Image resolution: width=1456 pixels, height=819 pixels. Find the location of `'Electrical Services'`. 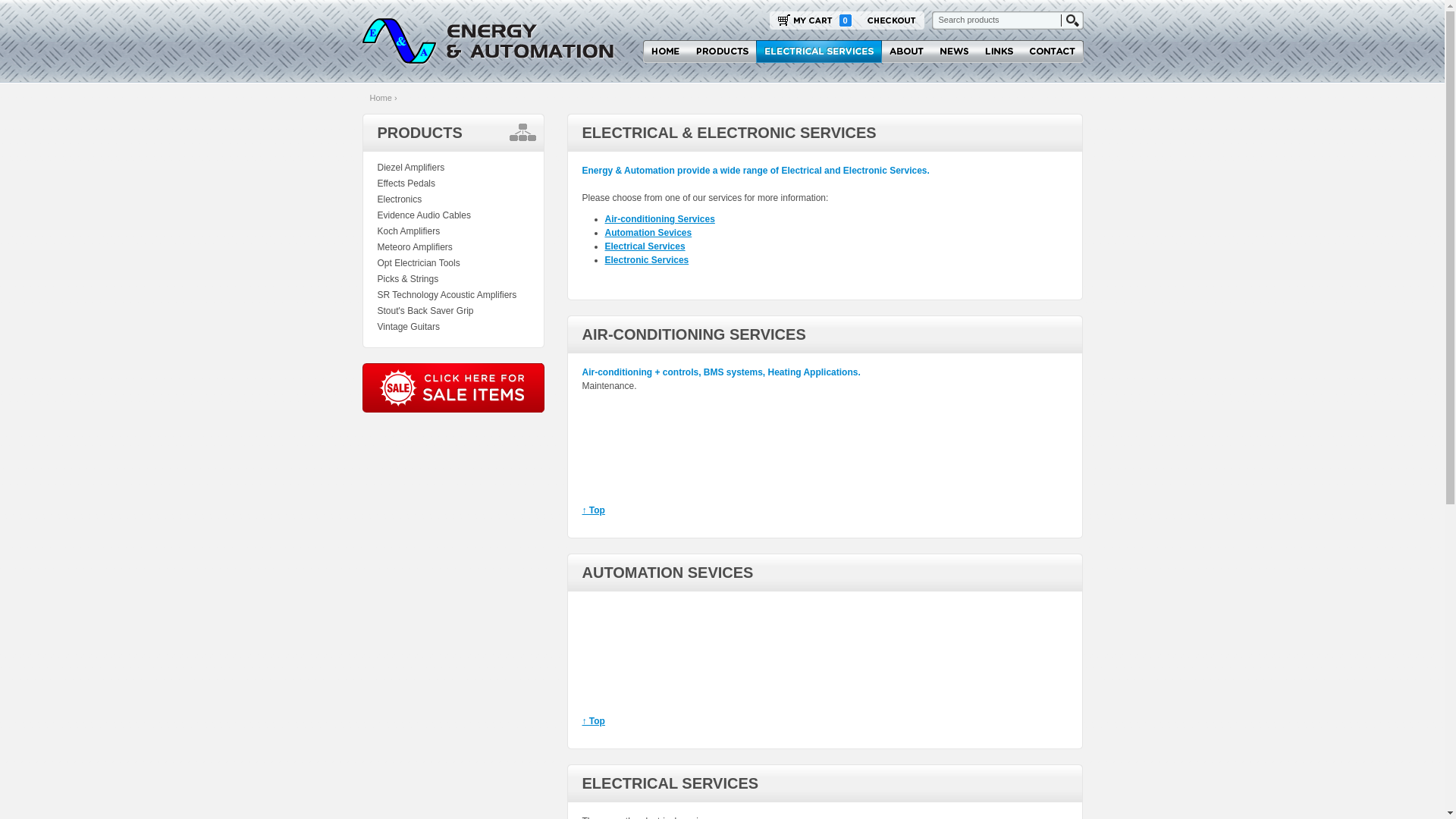

'Electrical Services' is located at coordinates (645, 245).